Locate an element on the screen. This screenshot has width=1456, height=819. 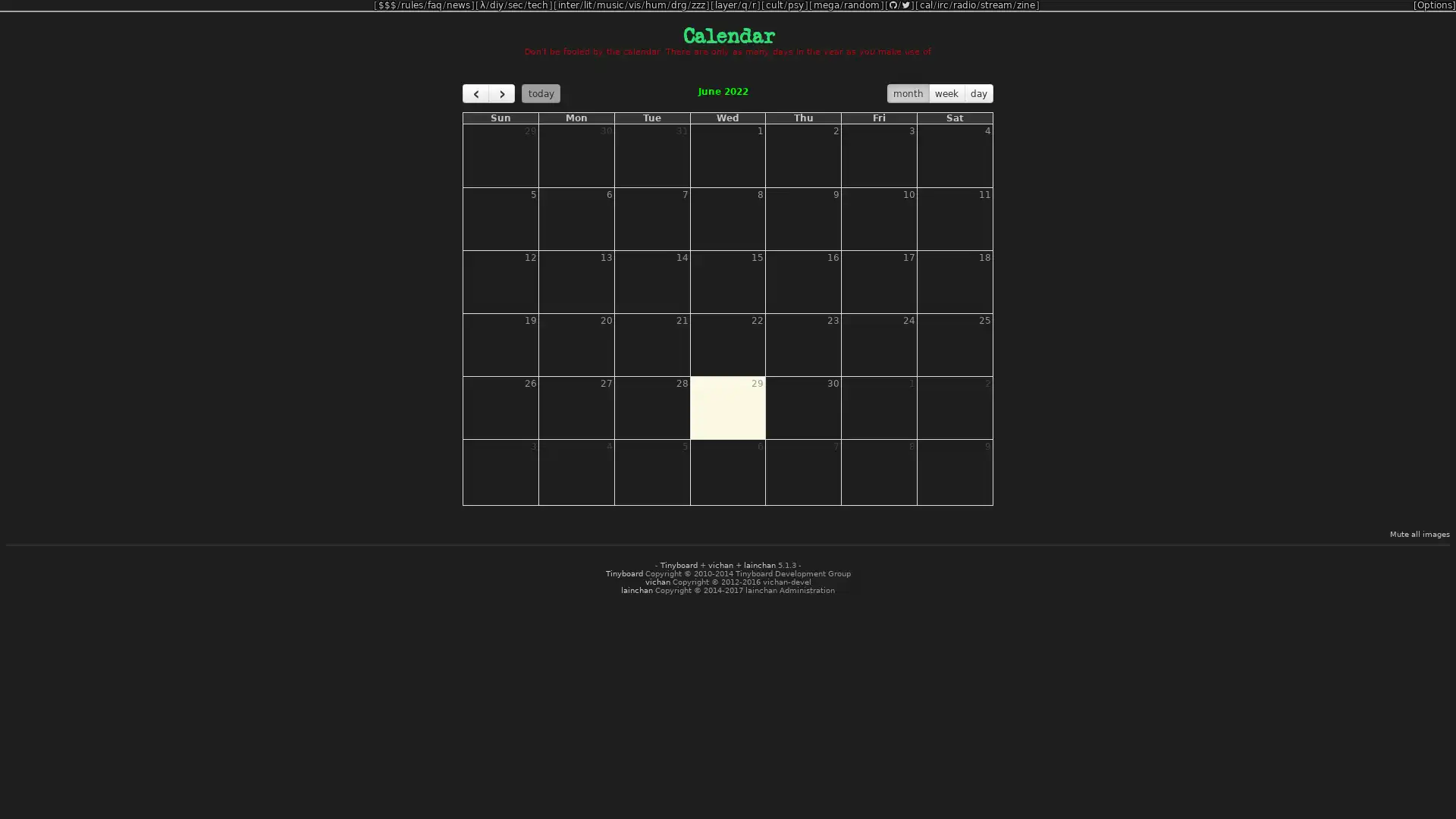
week is located at coordinates (946, 93).